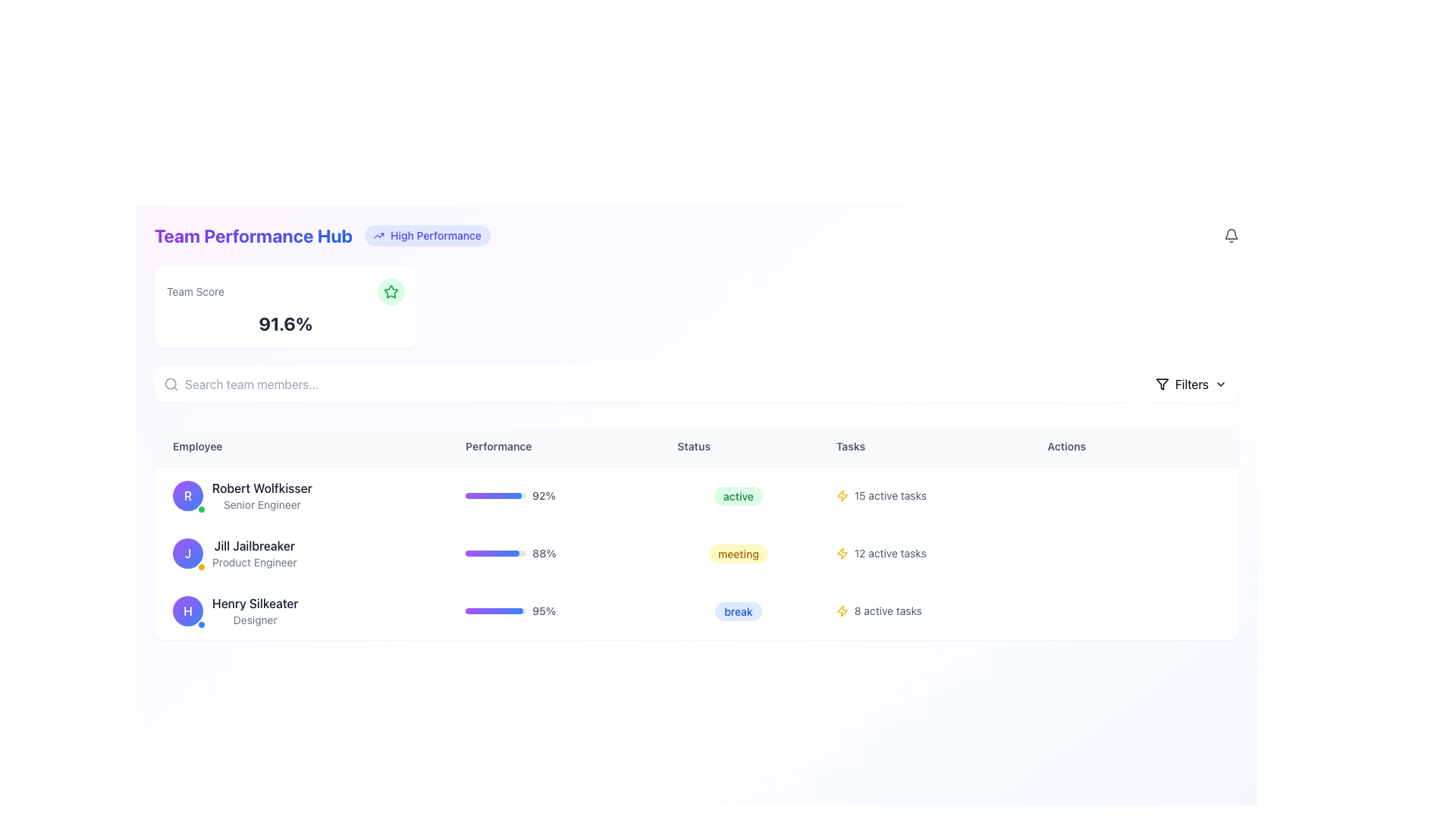  I want to click on the text element displaying 'Robert Wolfkisser', which is styled in medium bold dark gray font and is the main name of an individual, to view detailed information, so click(262, 488).